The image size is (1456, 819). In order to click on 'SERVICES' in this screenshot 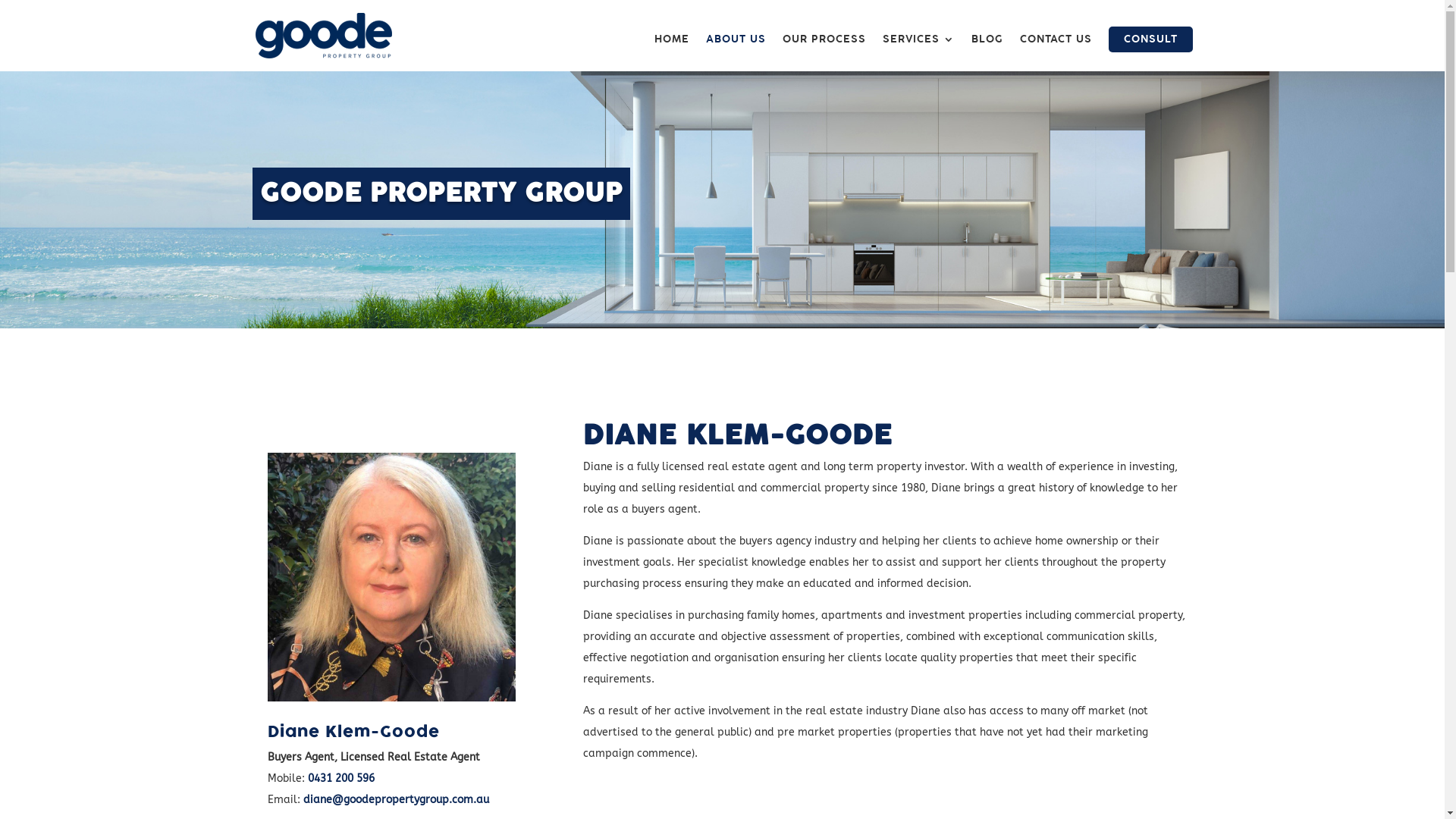, I will do `click(918, 52)`.